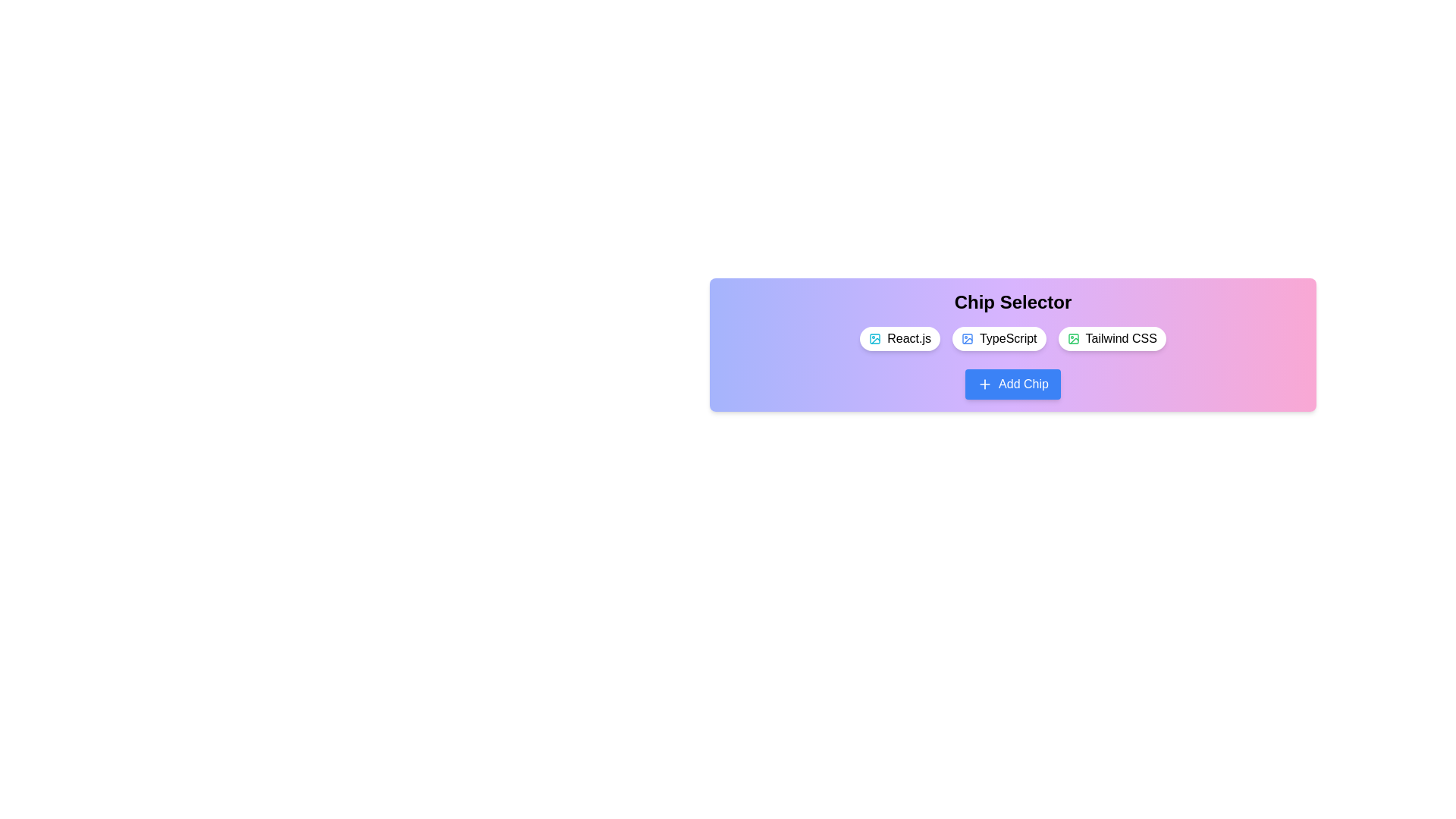 This screenshot has width=1456, height=819. What do you see at coordinates (1121, 338) in the screenshot?
I see `the text label that provides information about the 'Tailwind CSS' selection, located inside the third chip from the left in the Chip Selector under the purple-pink gradient box` at bounding box center [1121, 338].